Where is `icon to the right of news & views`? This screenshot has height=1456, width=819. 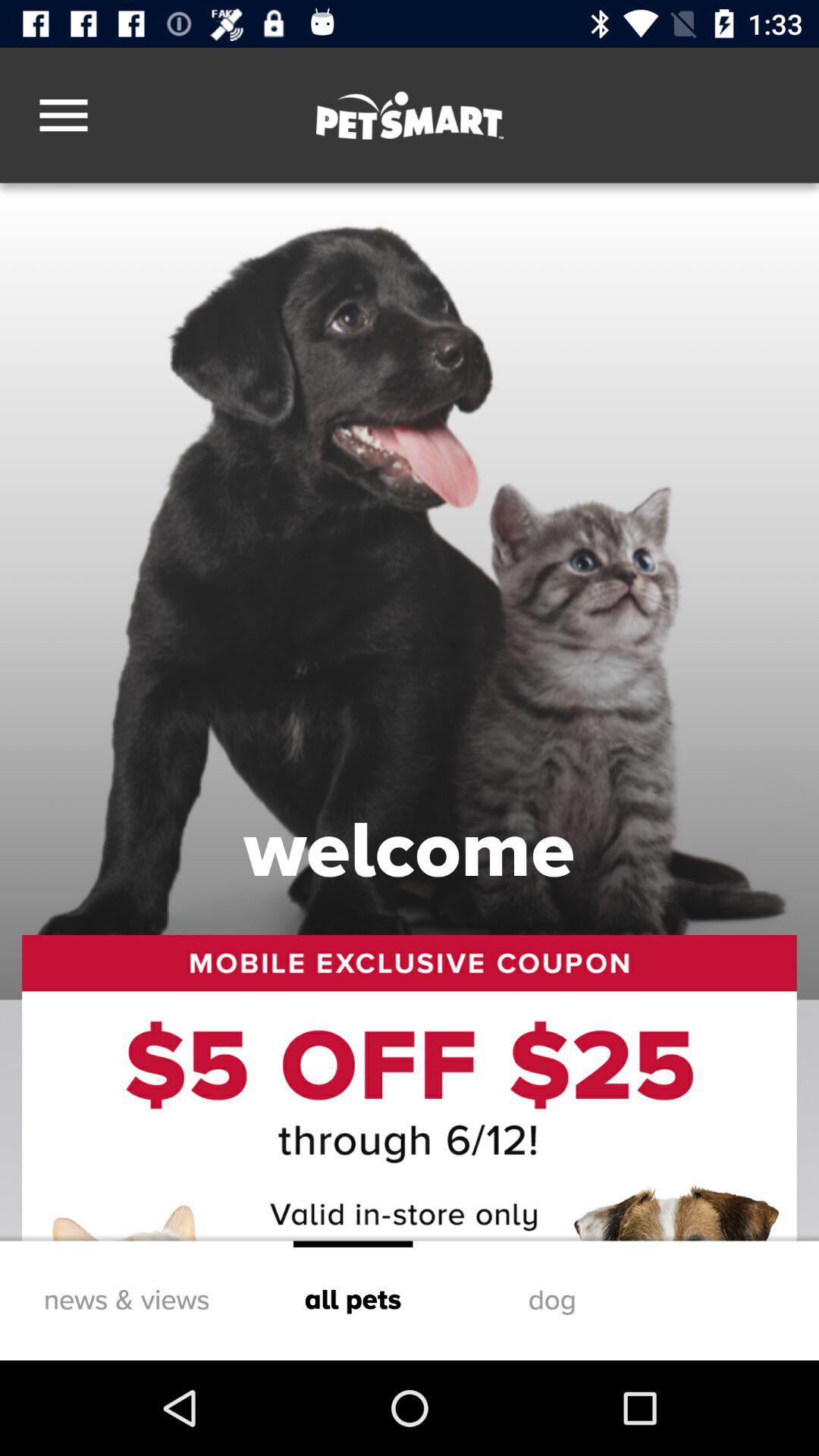 icon to the right of news & views is located at coordinates (353, 1300).